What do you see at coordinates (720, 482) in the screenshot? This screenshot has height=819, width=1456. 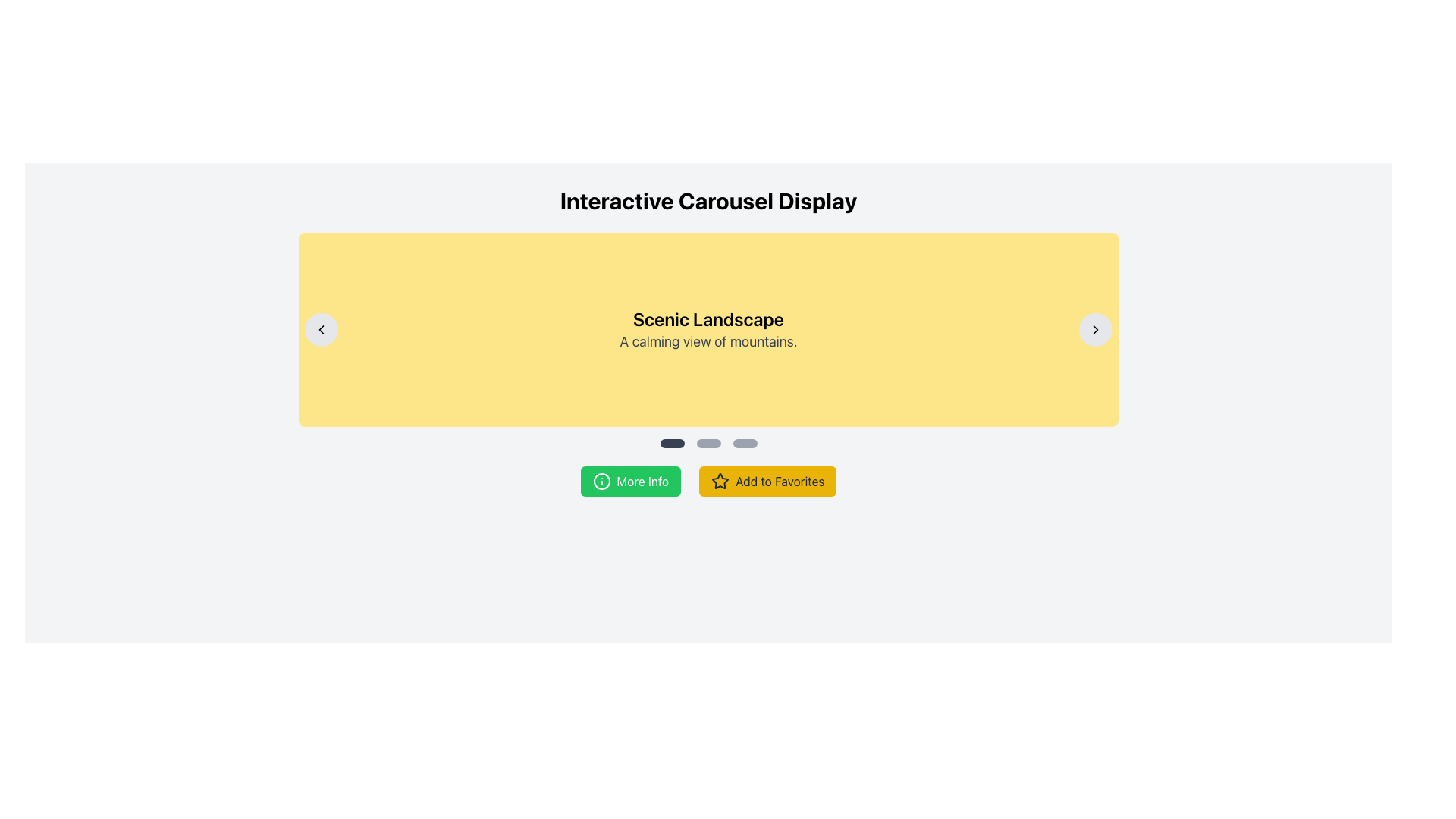 I see `the star icon located on the left of the 'Add to Favorites' text` at bounding box center [720, 482].